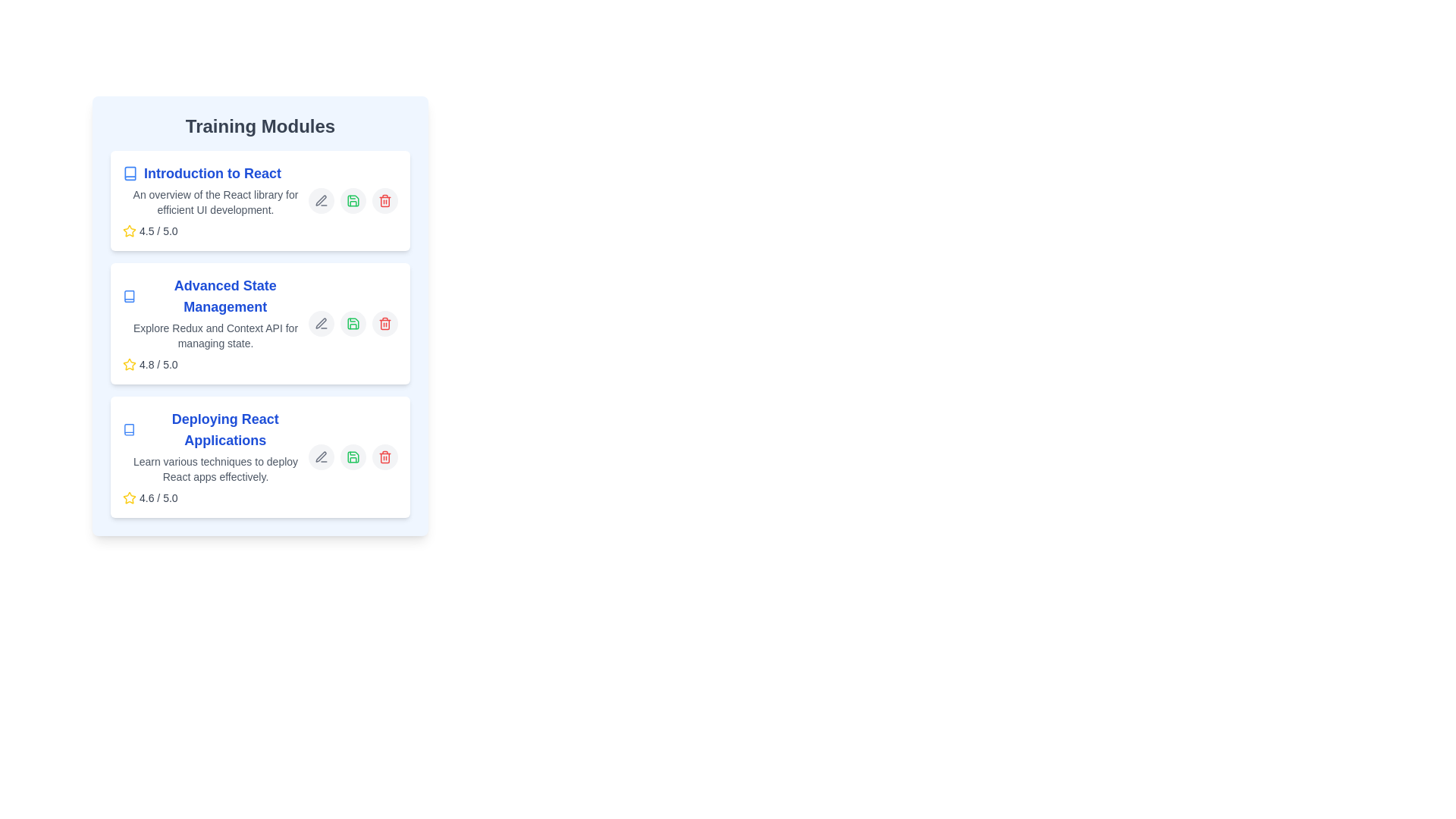 This screenshot has height=819, width=1456. Describe the element at coordinates (352, 200) in the screenshot. I see `the green circular button with a document symbol, which is the middle icon in the group of three circular icons in the 'Introduction to React' section` at that location.